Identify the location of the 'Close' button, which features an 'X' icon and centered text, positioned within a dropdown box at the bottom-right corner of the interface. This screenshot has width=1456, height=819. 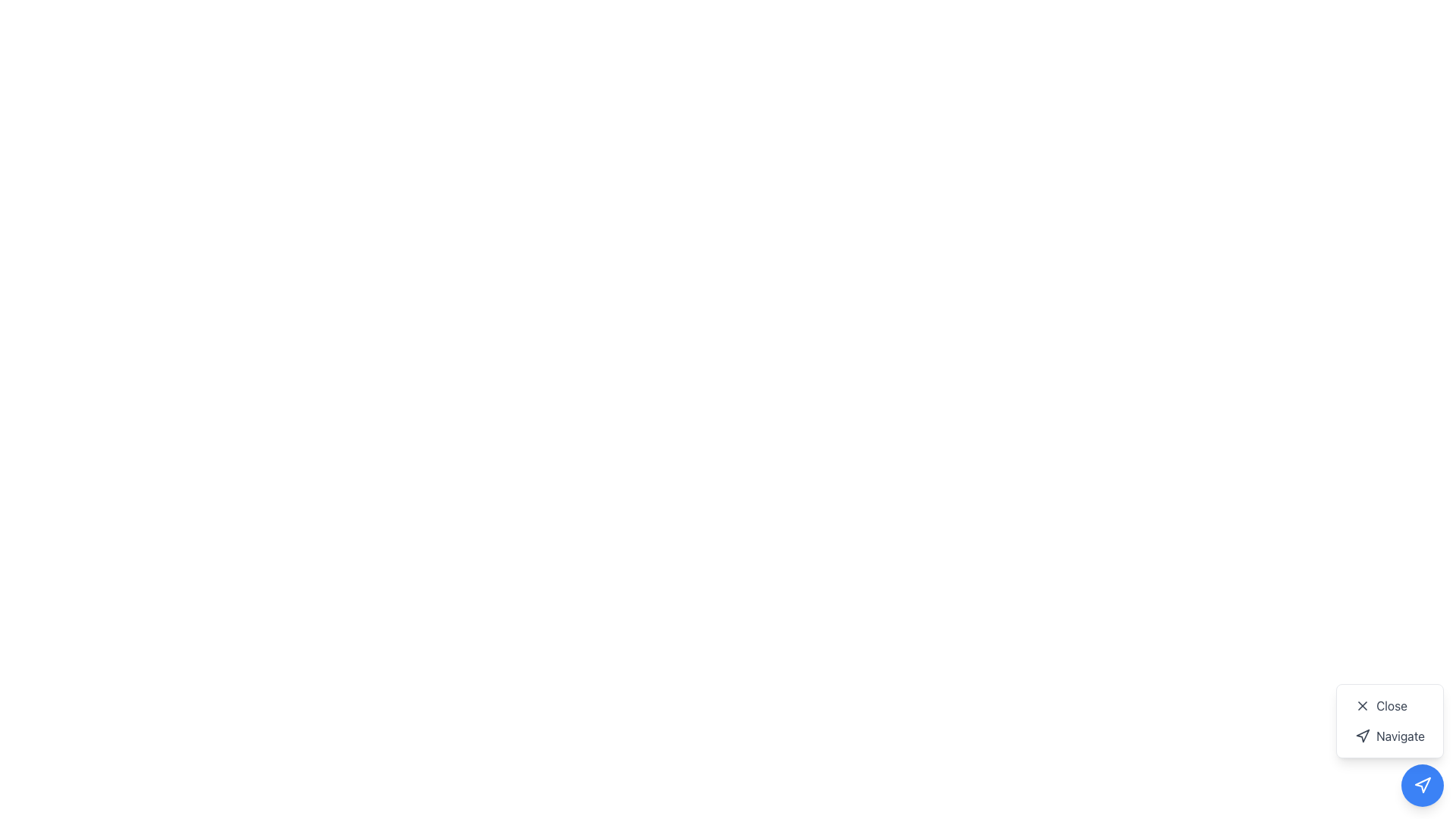
(1390, 705).